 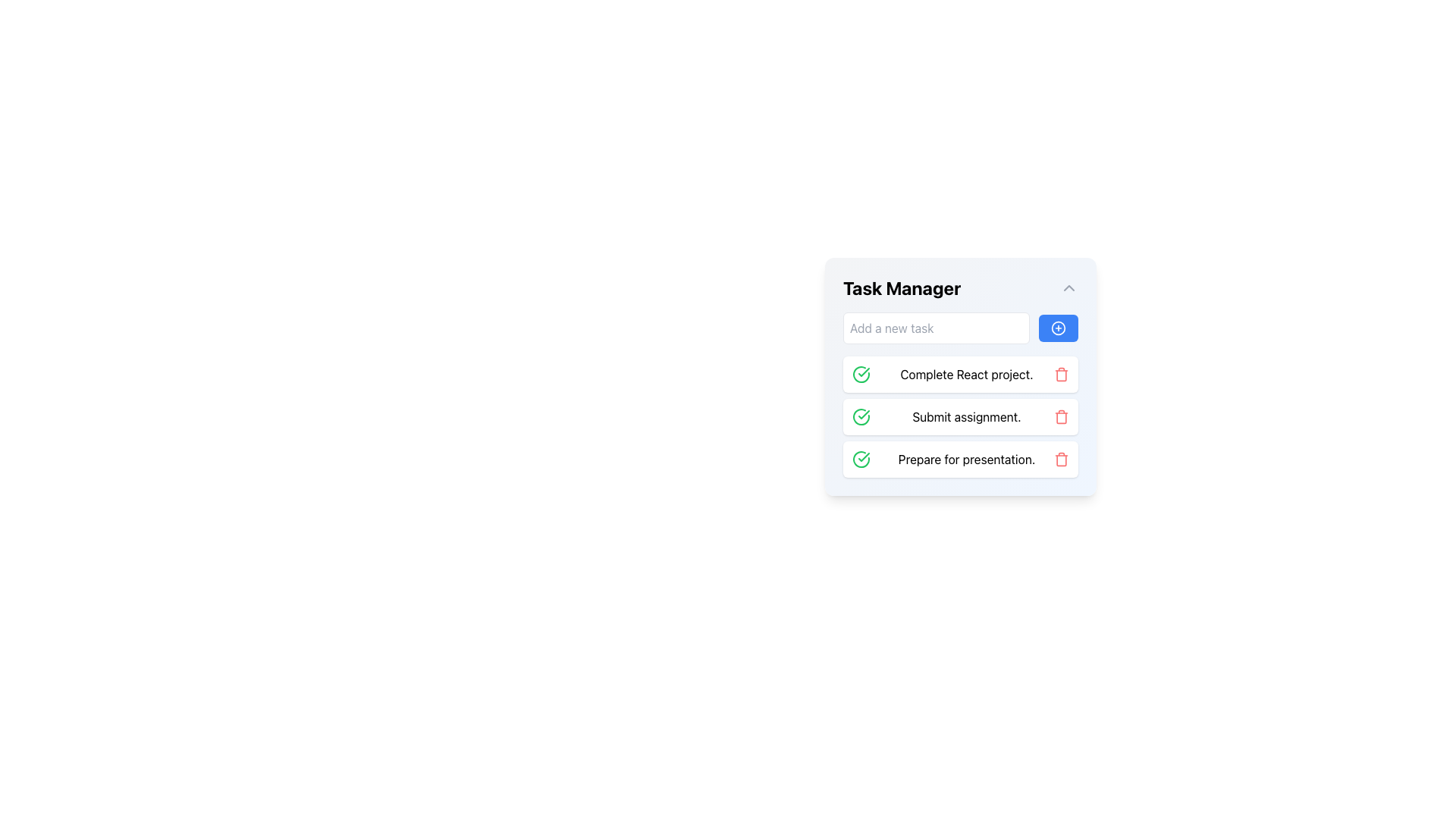 I want to click on the green circular icon with a white checkmark, which indicates a completed task, so click(x=861, y=417).